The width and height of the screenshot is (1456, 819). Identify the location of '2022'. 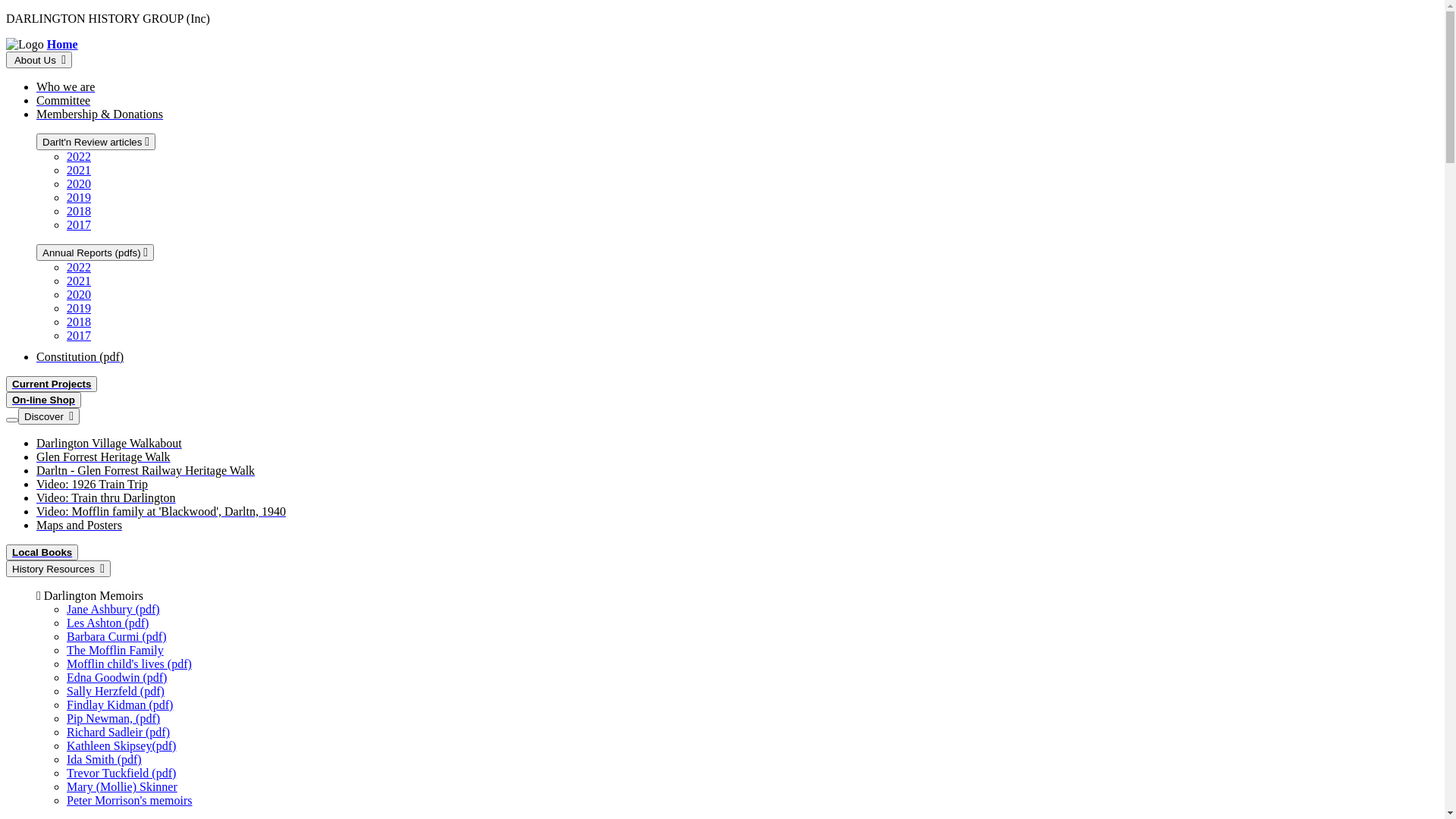
(78, 266).